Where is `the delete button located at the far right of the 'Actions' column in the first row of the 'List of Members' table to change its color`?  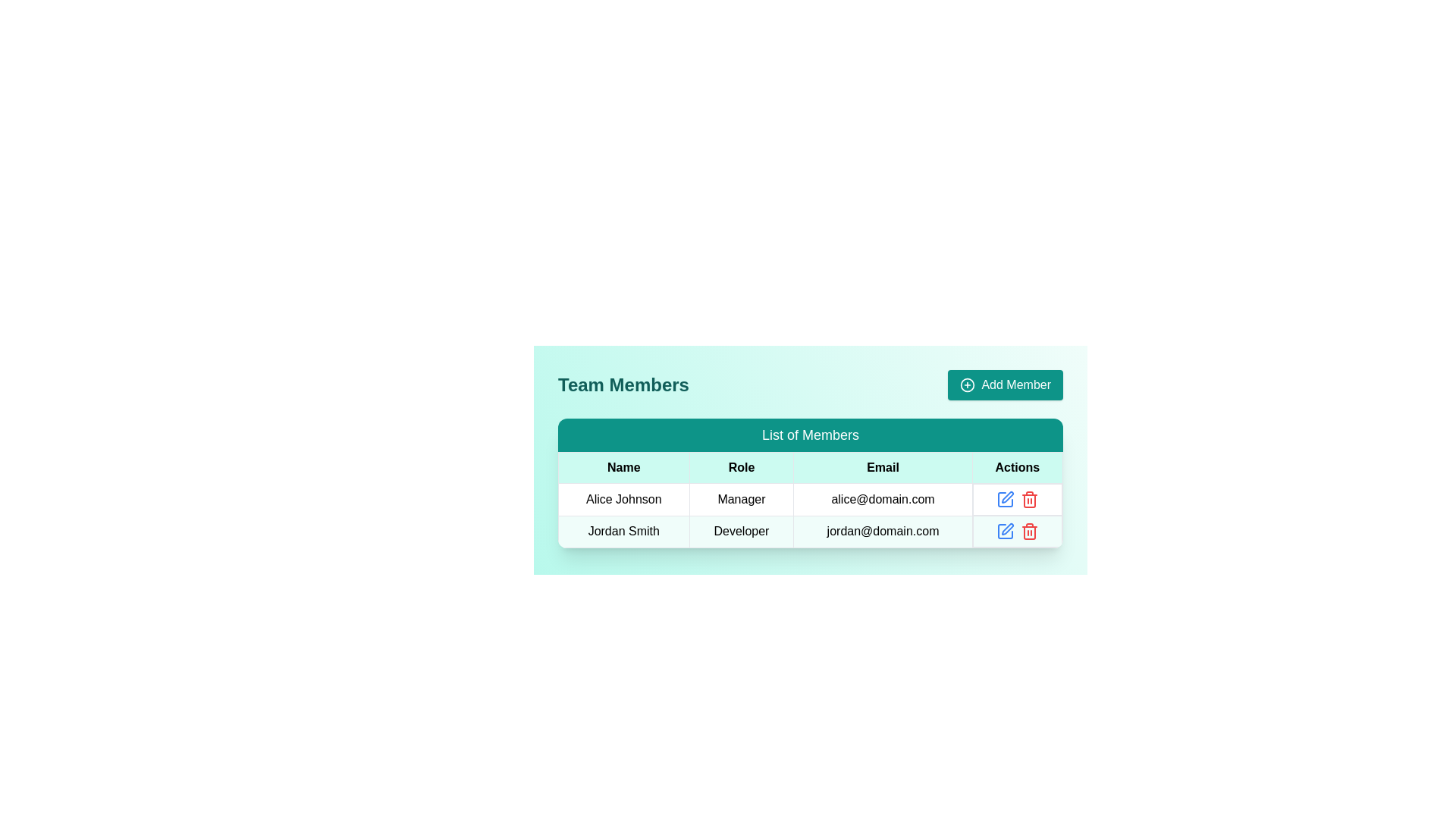
the delete button located at the far right of the 'Actions' column in the first row of the 'List of Members' table to change its color is located at coordinates (1029, 500).